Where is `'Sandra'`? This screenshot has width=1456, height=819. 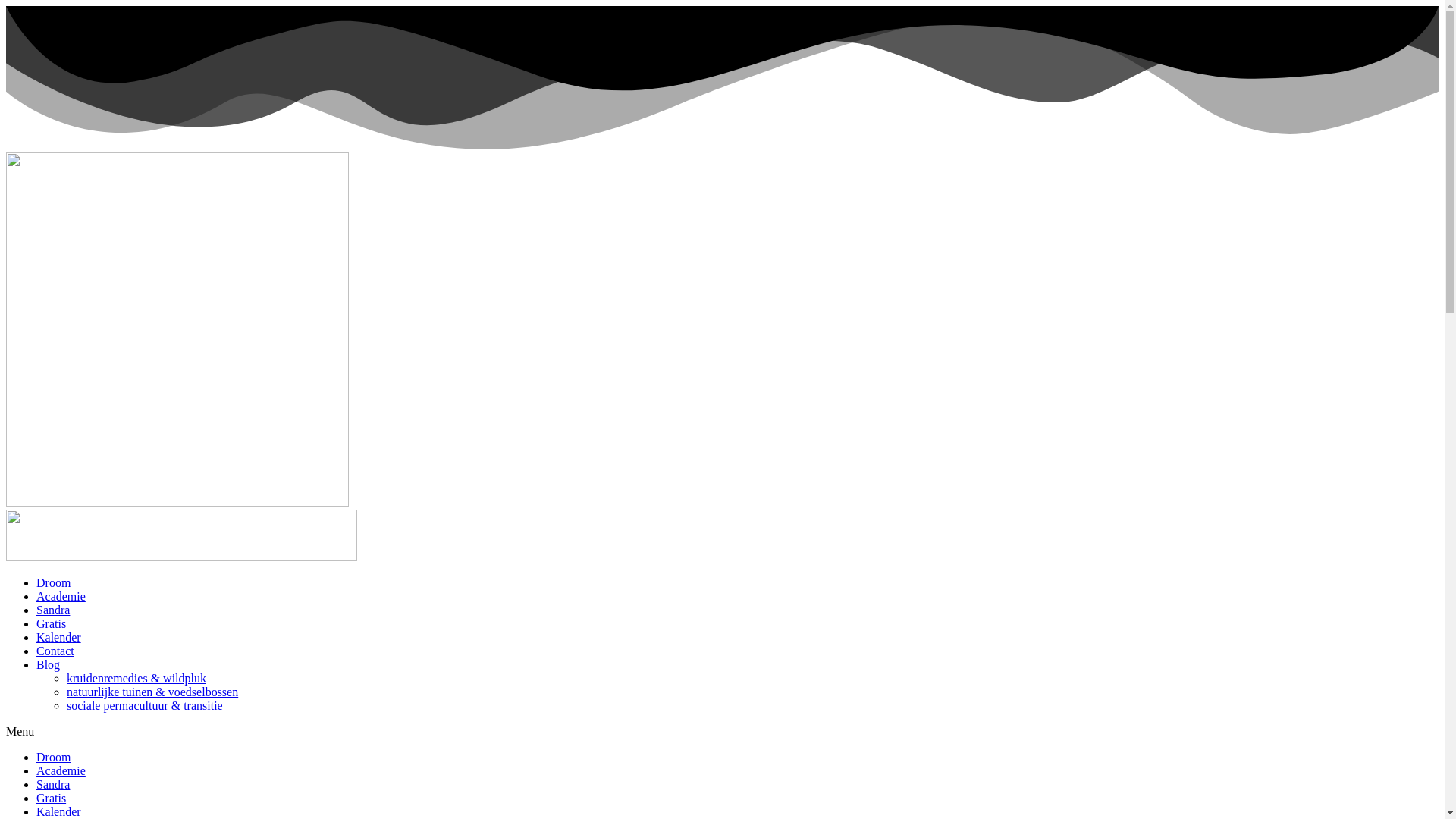 'Sandra' is located at coordinates (53, 609).